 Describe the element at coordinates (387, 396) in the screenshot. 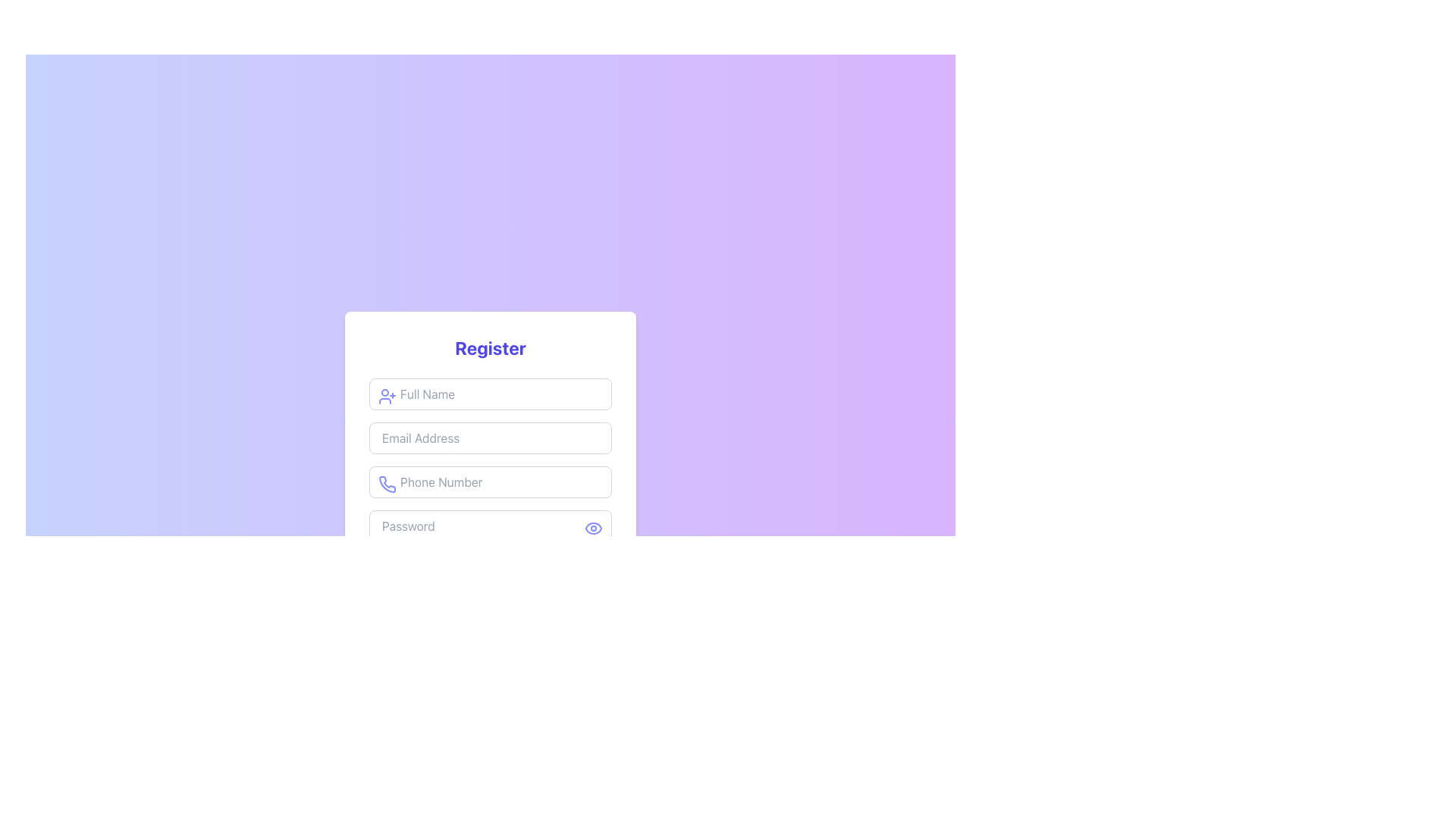

I see `the user-related functionality icon located at the top-left corner of the 'Full Name' input field in the registration form` at that location.